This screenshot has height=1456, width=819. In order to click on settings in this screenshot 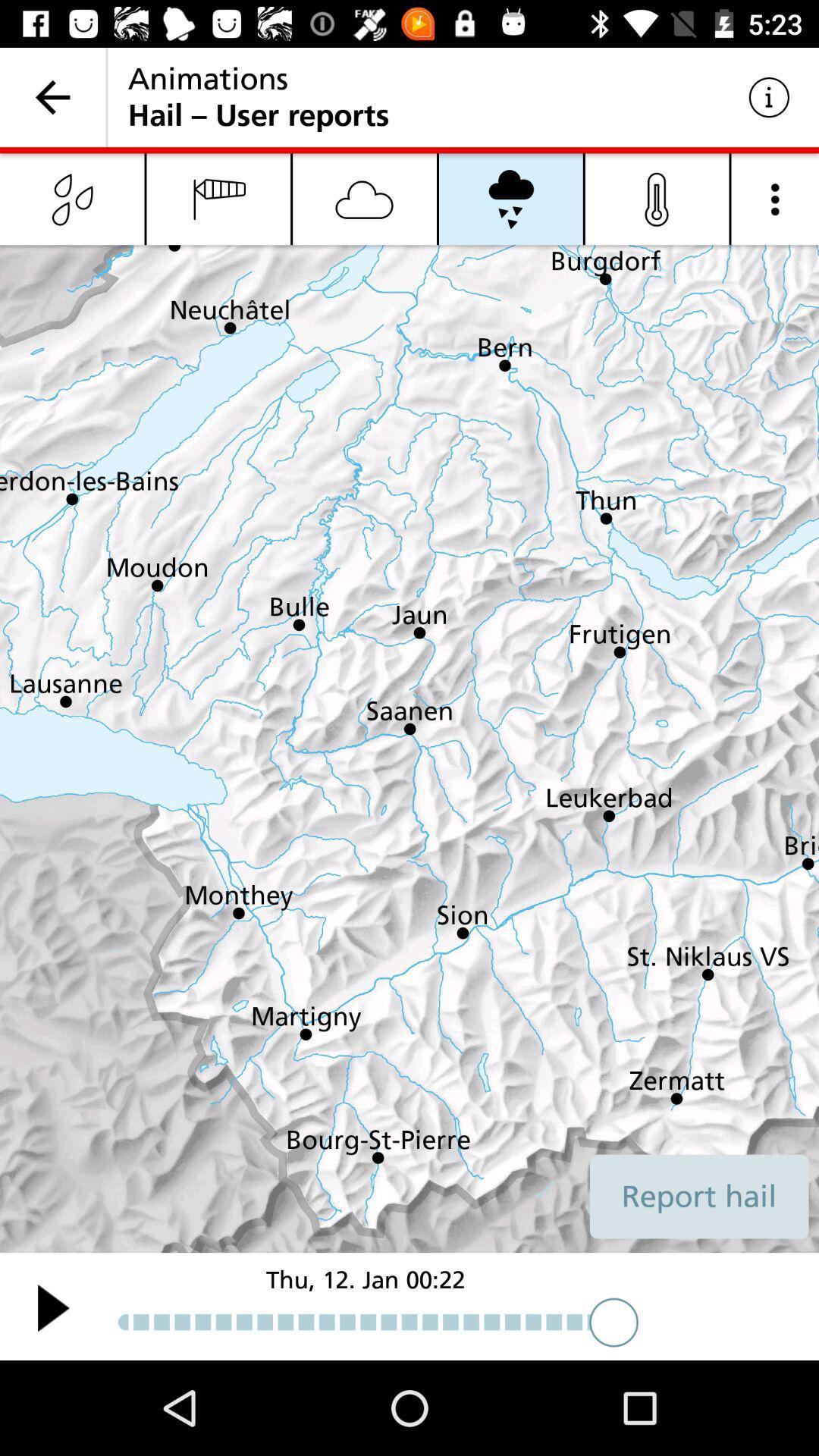, I will do `click(775, 198)`.